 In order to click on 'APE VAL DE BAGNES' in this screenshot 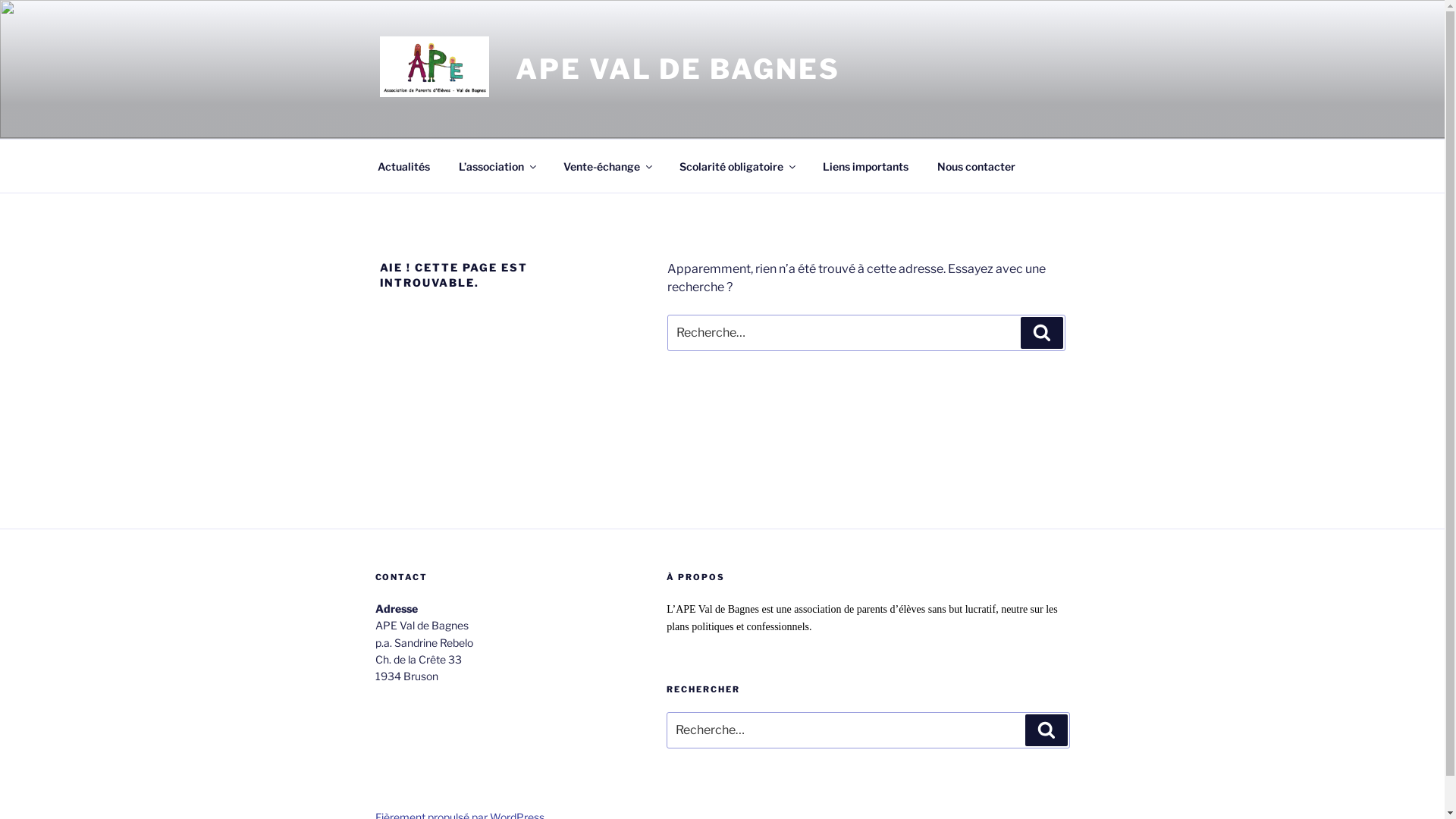, I will do `click(676, 69)`.